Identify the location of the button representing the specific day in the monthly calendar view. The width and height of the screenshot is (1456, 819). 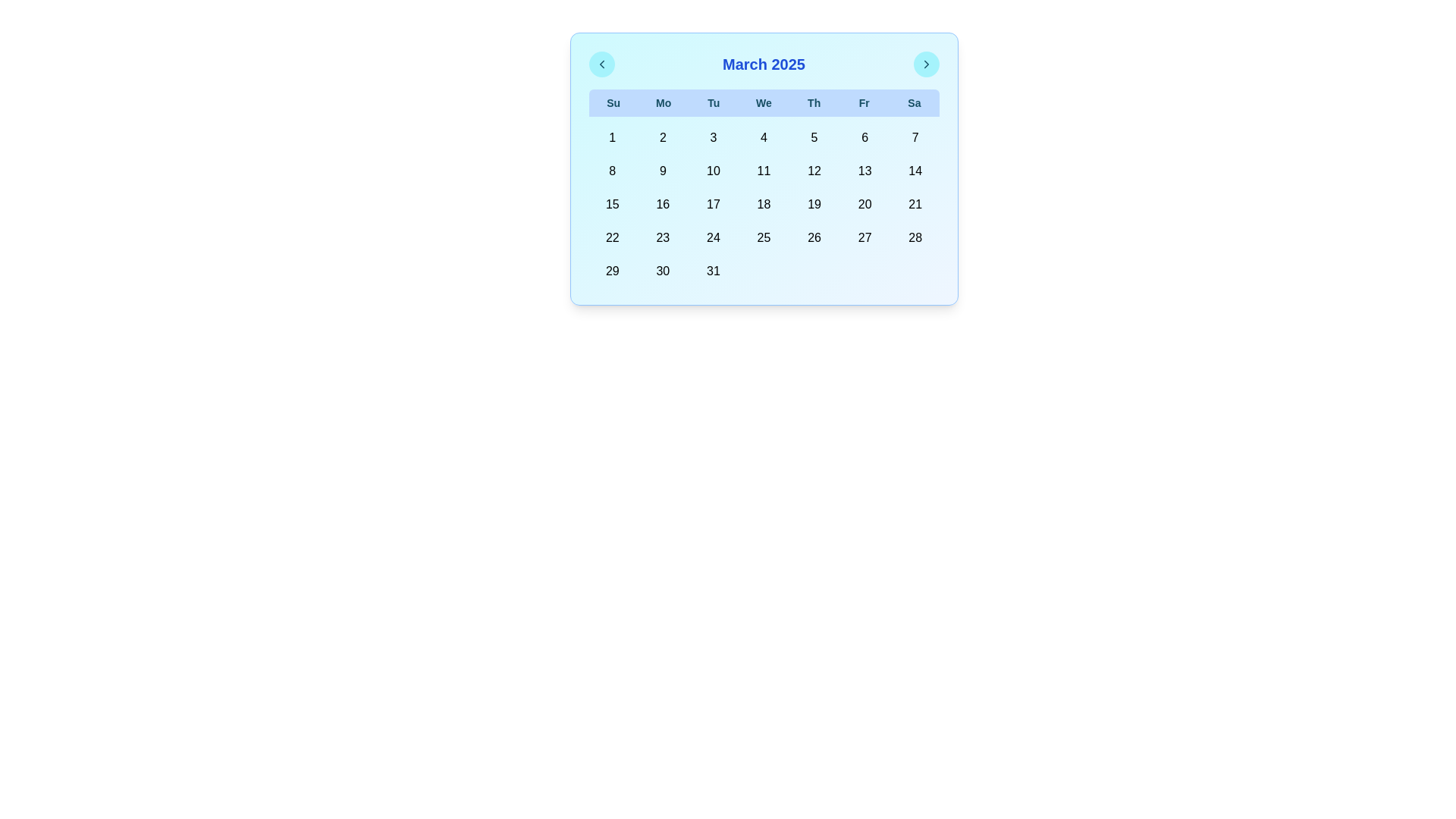
(814, 205).